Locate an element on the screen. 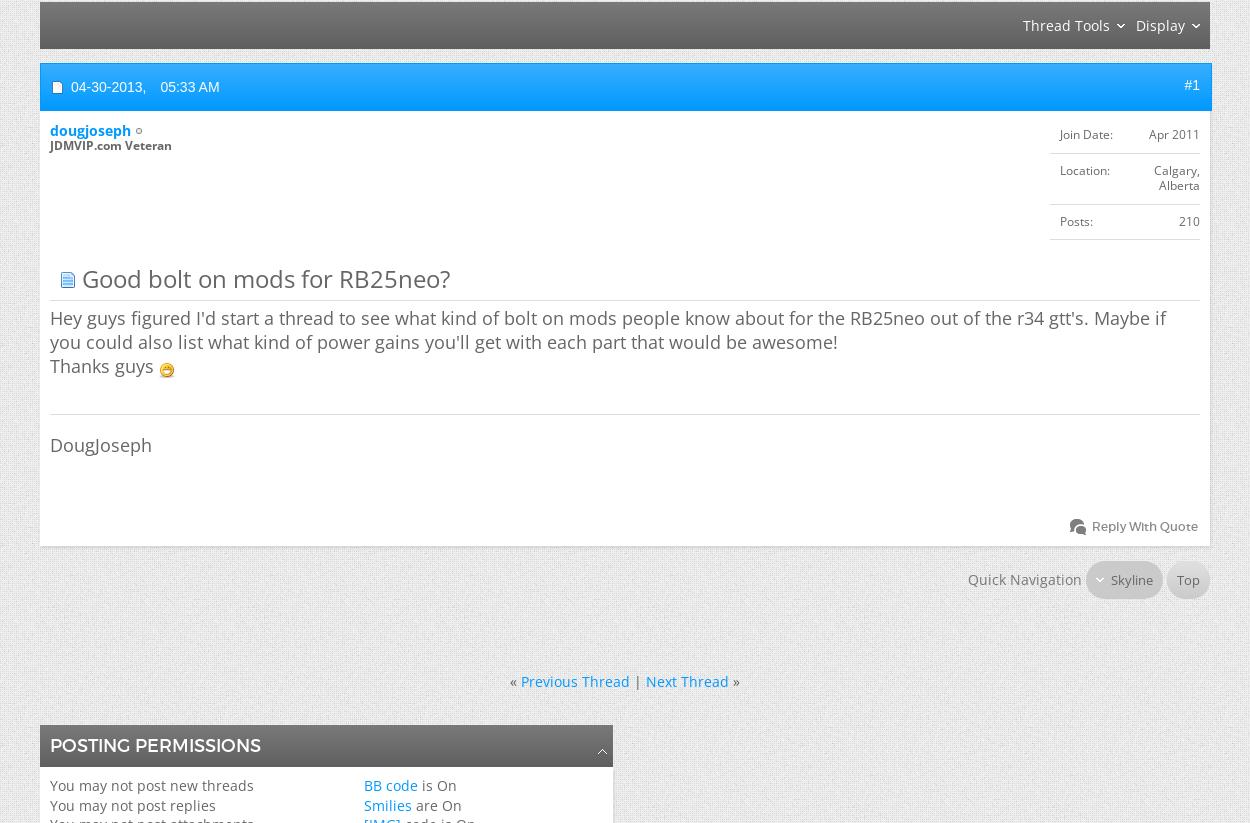 This screenshot has width=1250, height=823. 'are' is located at coordinates (427, 804).